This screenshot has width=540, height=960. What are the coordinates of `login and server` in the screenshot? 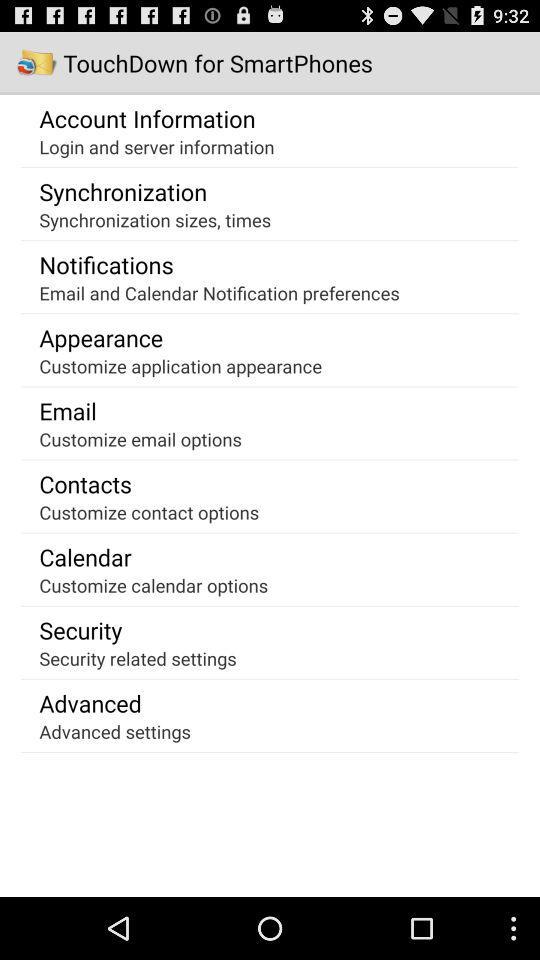 It's located at (155, 145).